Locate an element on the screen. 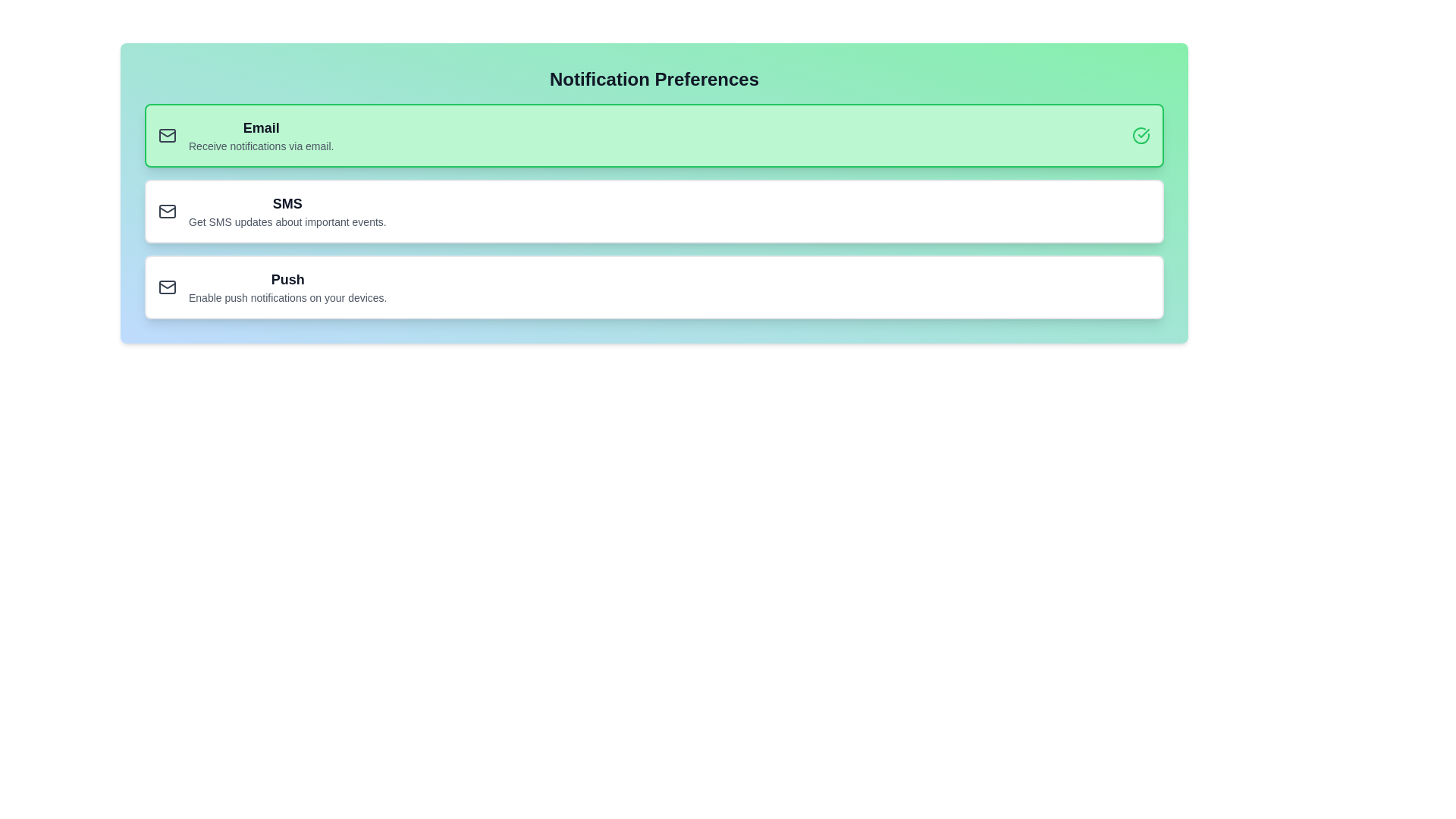 Image resolution: width=1456 pixels, height=819 pixels. the 'Email' text label which is displayed in a large, bold font style and is located within a green background row is located at coordinates (261, 127).